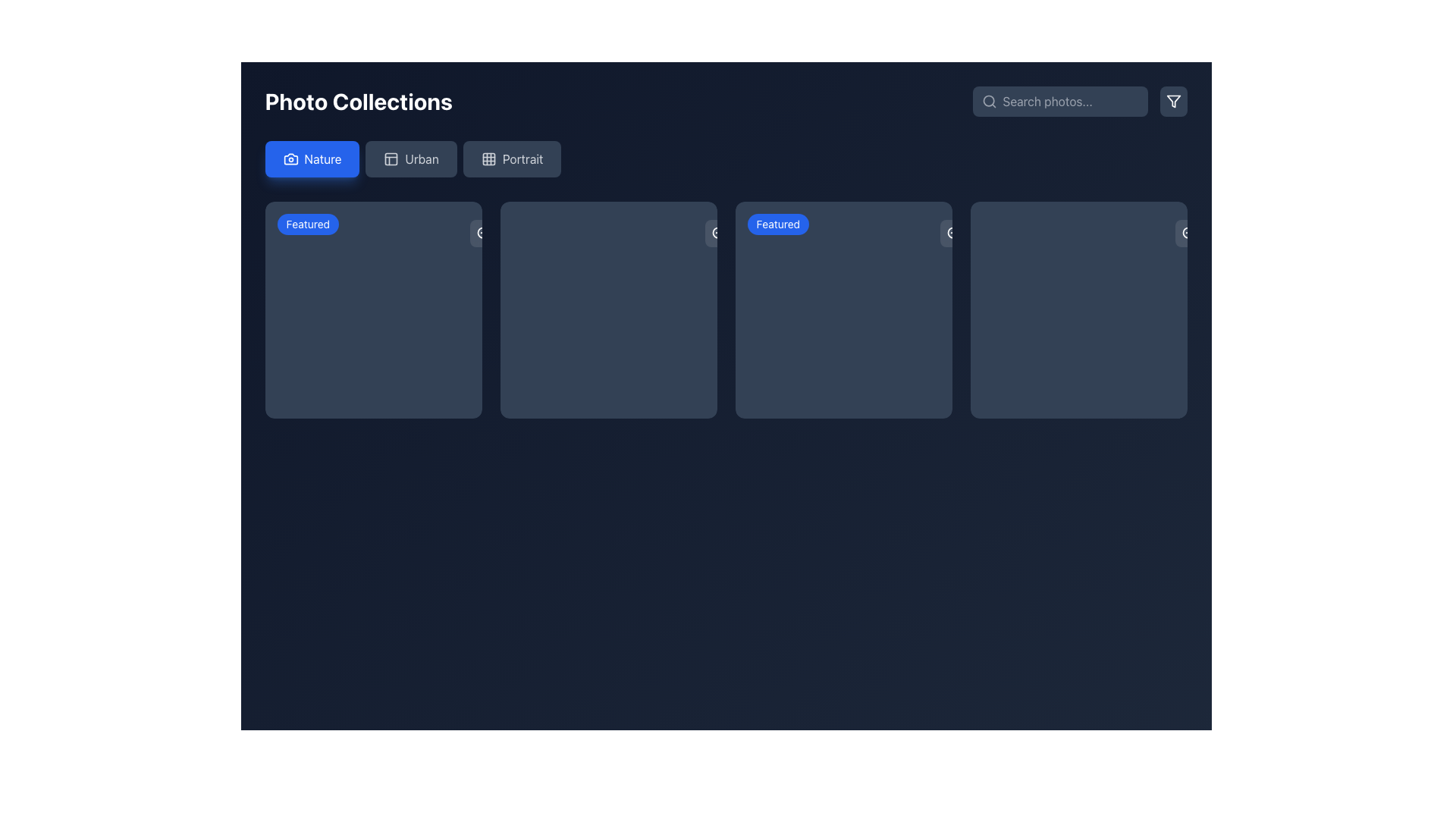  Describe the element at coordinates (482, 234) in the screenshot. I see `the 'zoom in' button located at the top-right corner of the first card in the grid layout` at that location.